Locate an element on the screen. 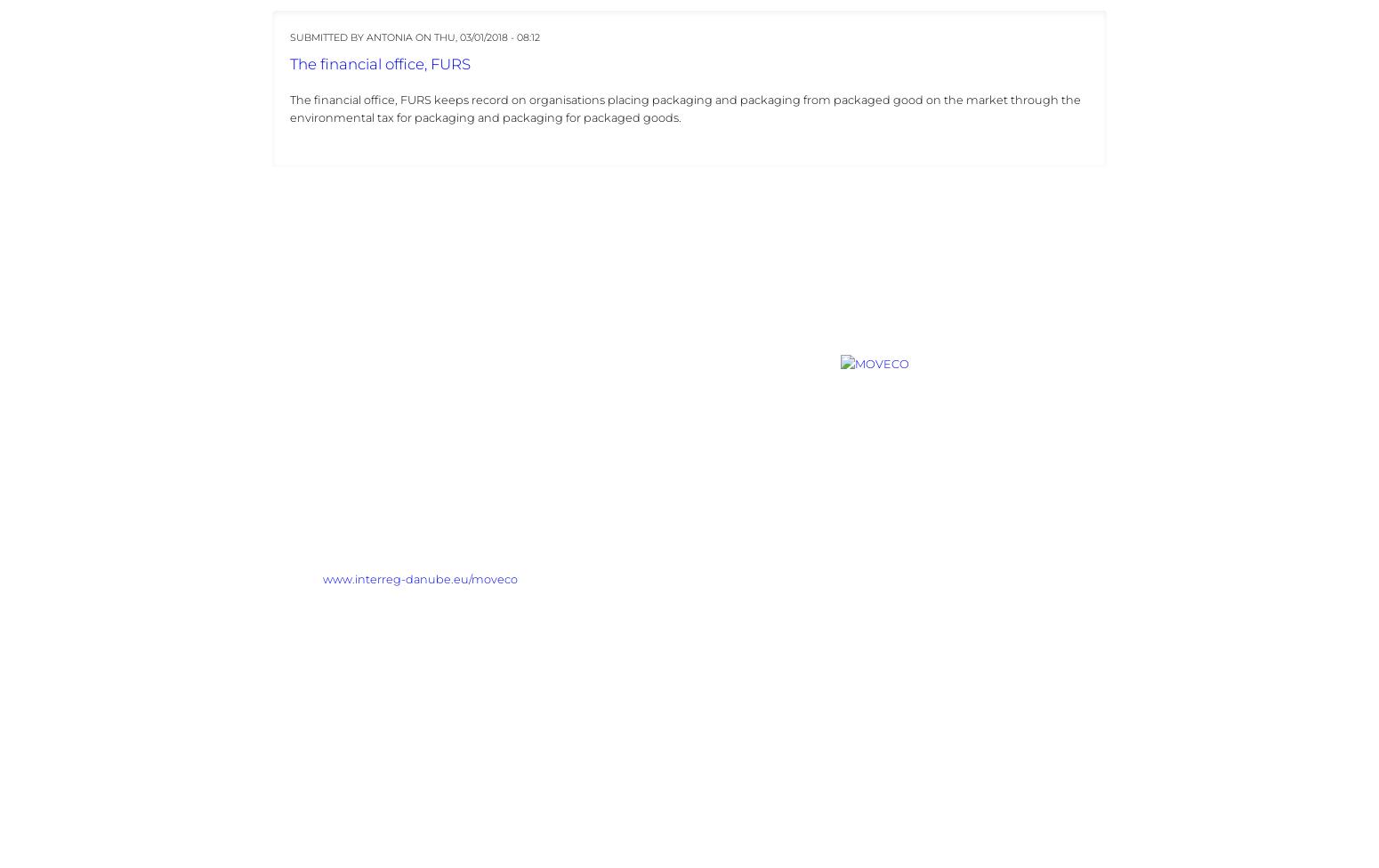 This screenshot has width=1379, height=868. 'on Thu, 03/01/2018 - 08:12' is located at coordinates (413, 36).